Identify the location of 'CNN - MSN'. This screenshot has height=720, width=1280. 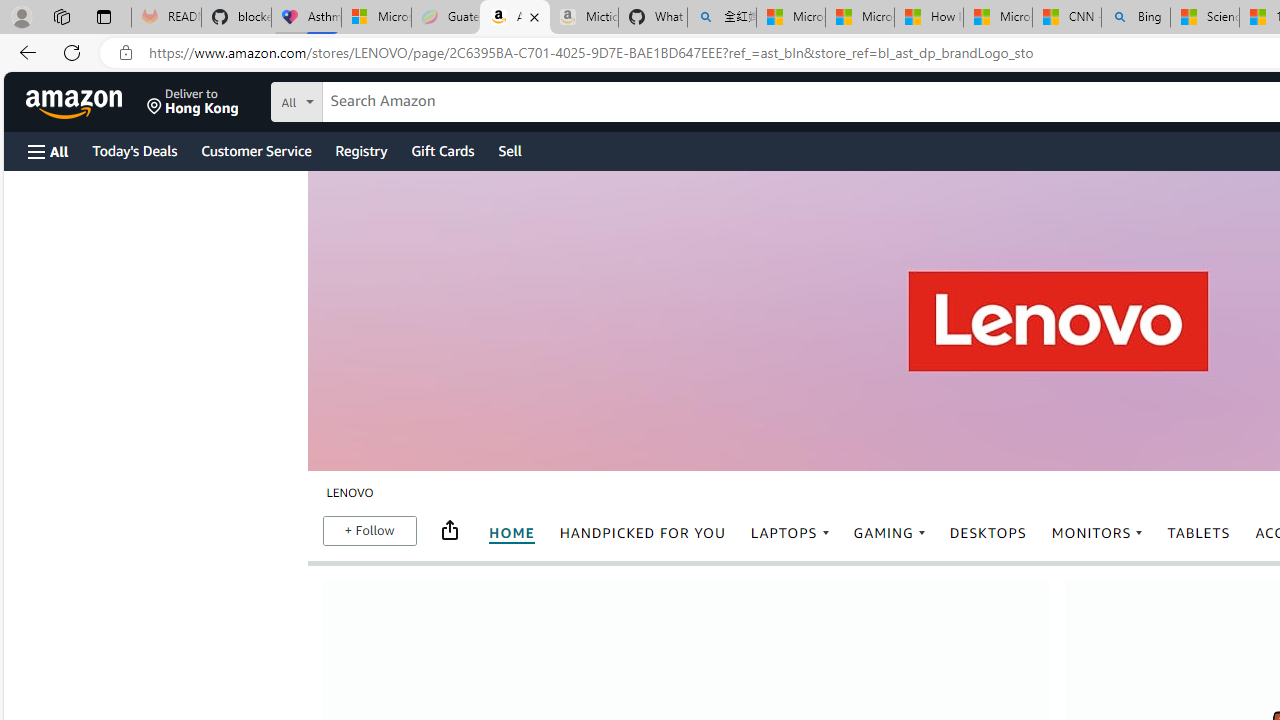
(1065, 17).